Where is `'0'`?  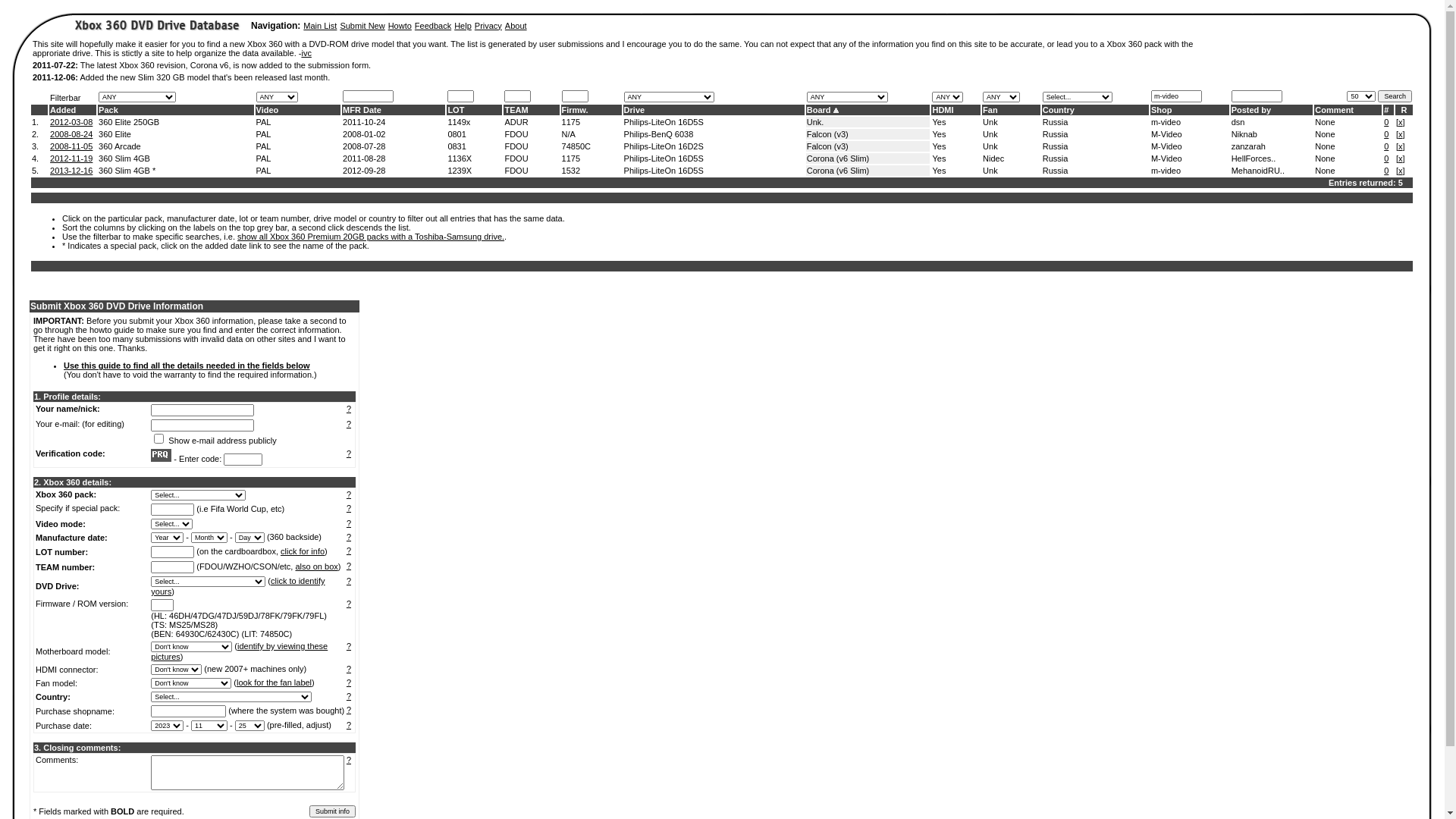
'0' is located at coordinates (1386, 146).